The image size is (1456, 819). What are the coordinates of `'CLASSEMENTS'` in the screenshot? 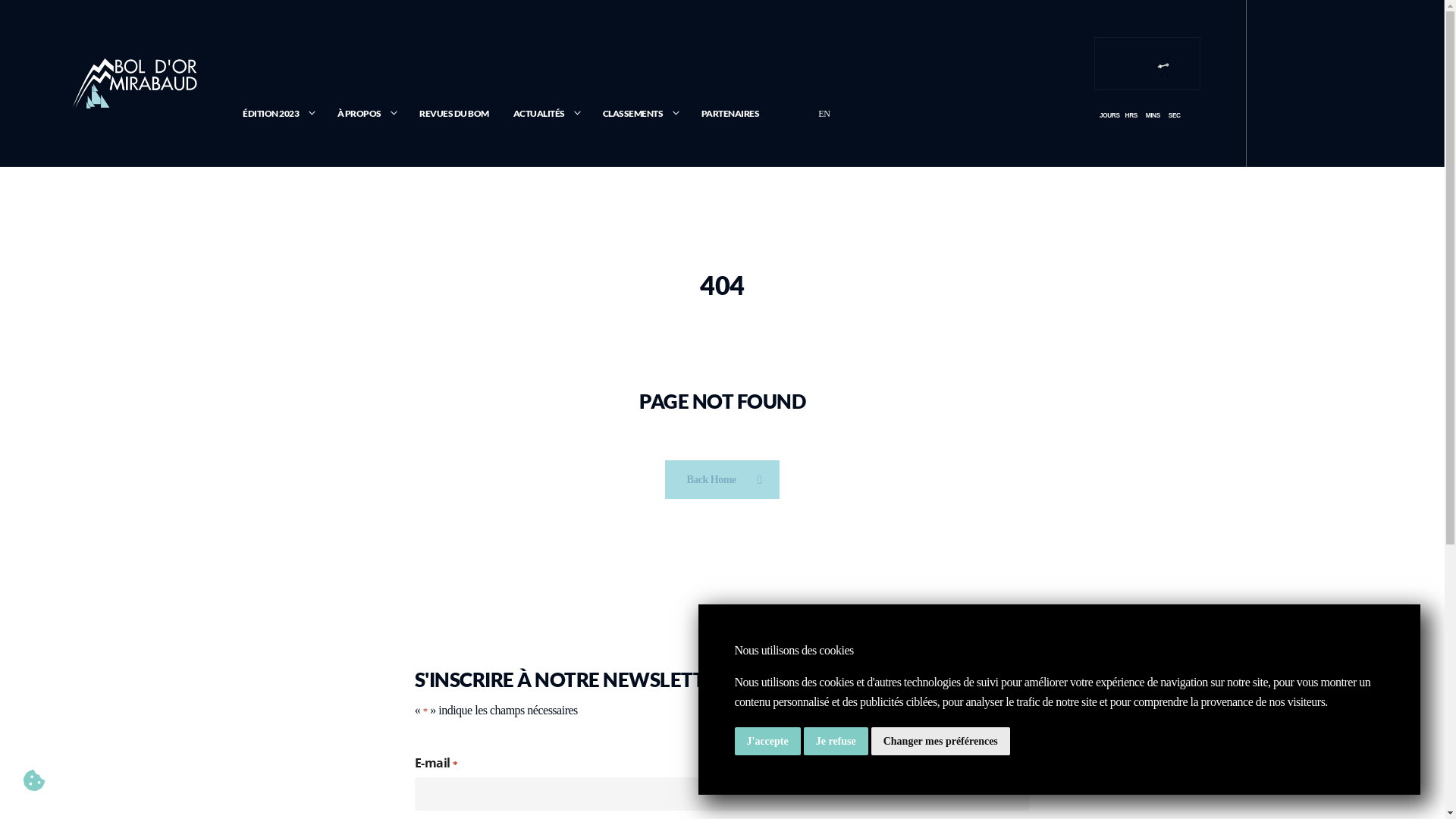 It's located at (602, 113).